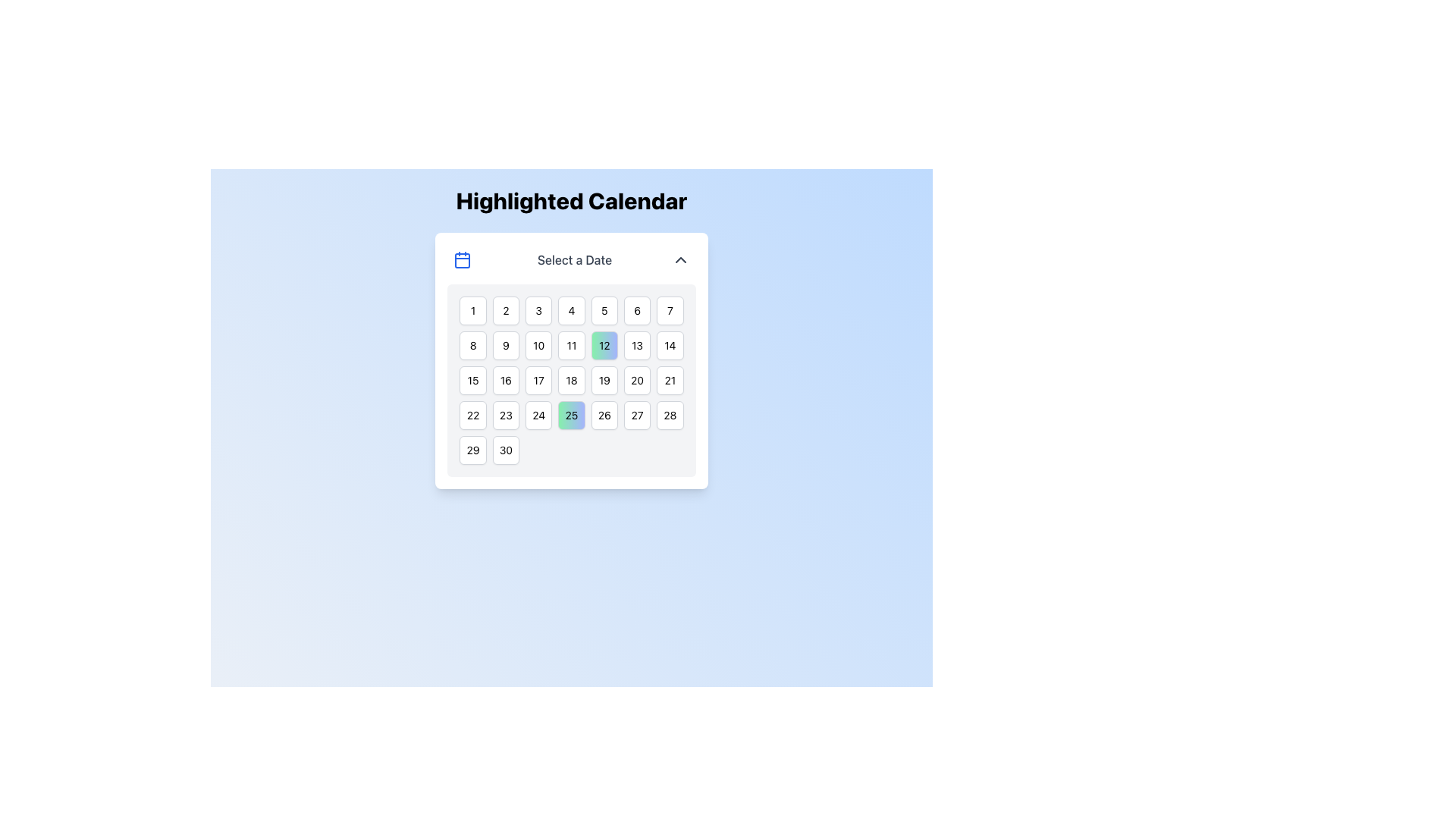  What do you see at coordinates (570, 379) in the screenshot?
I see `the square-shaped button with a white background and the text '18' in black` at bounding box center [570, 379].